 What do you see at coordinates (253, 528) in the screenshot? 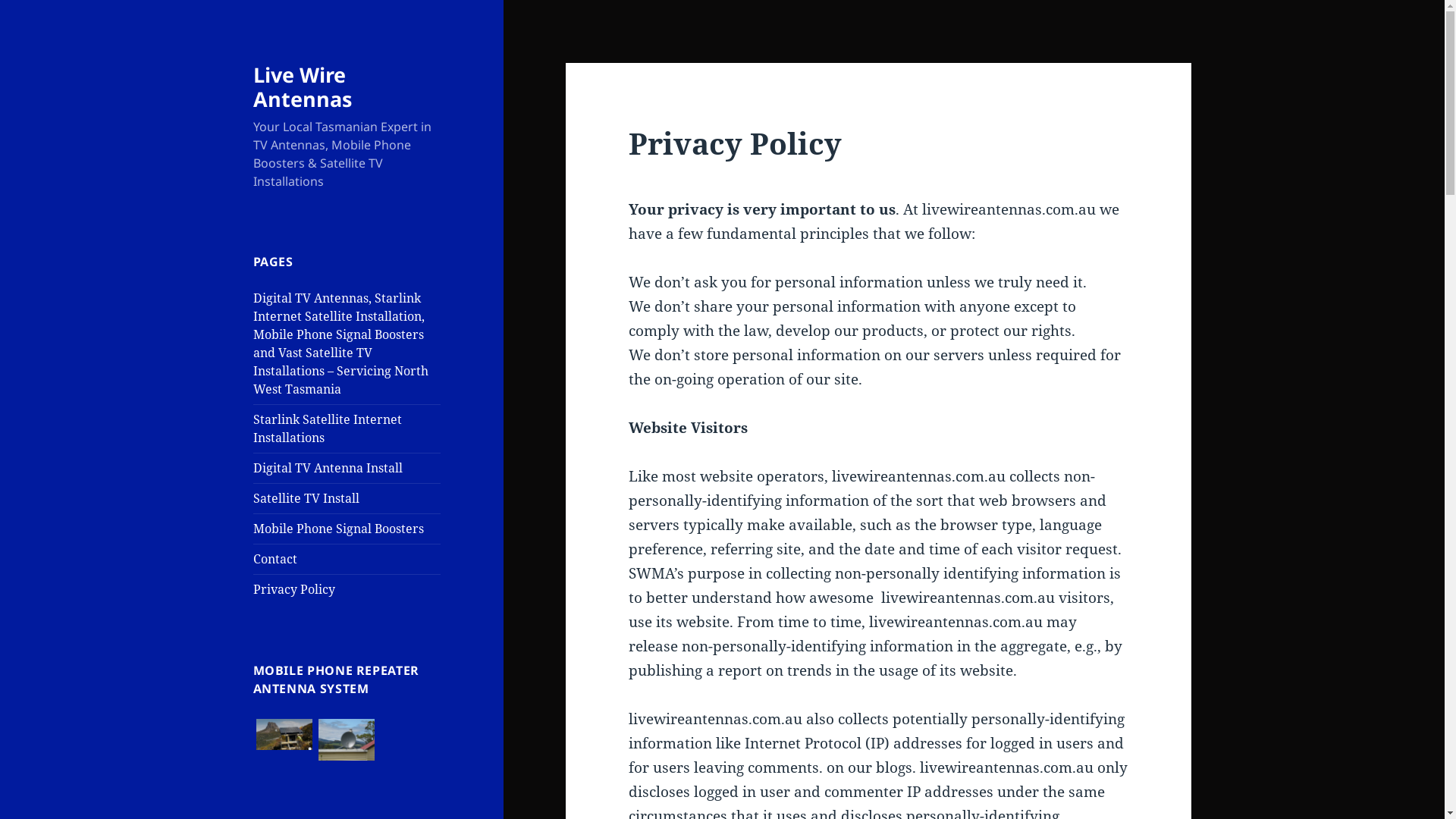
I see `'Mobile Phone Signal Boosters'` at bounding box center [253, 528].